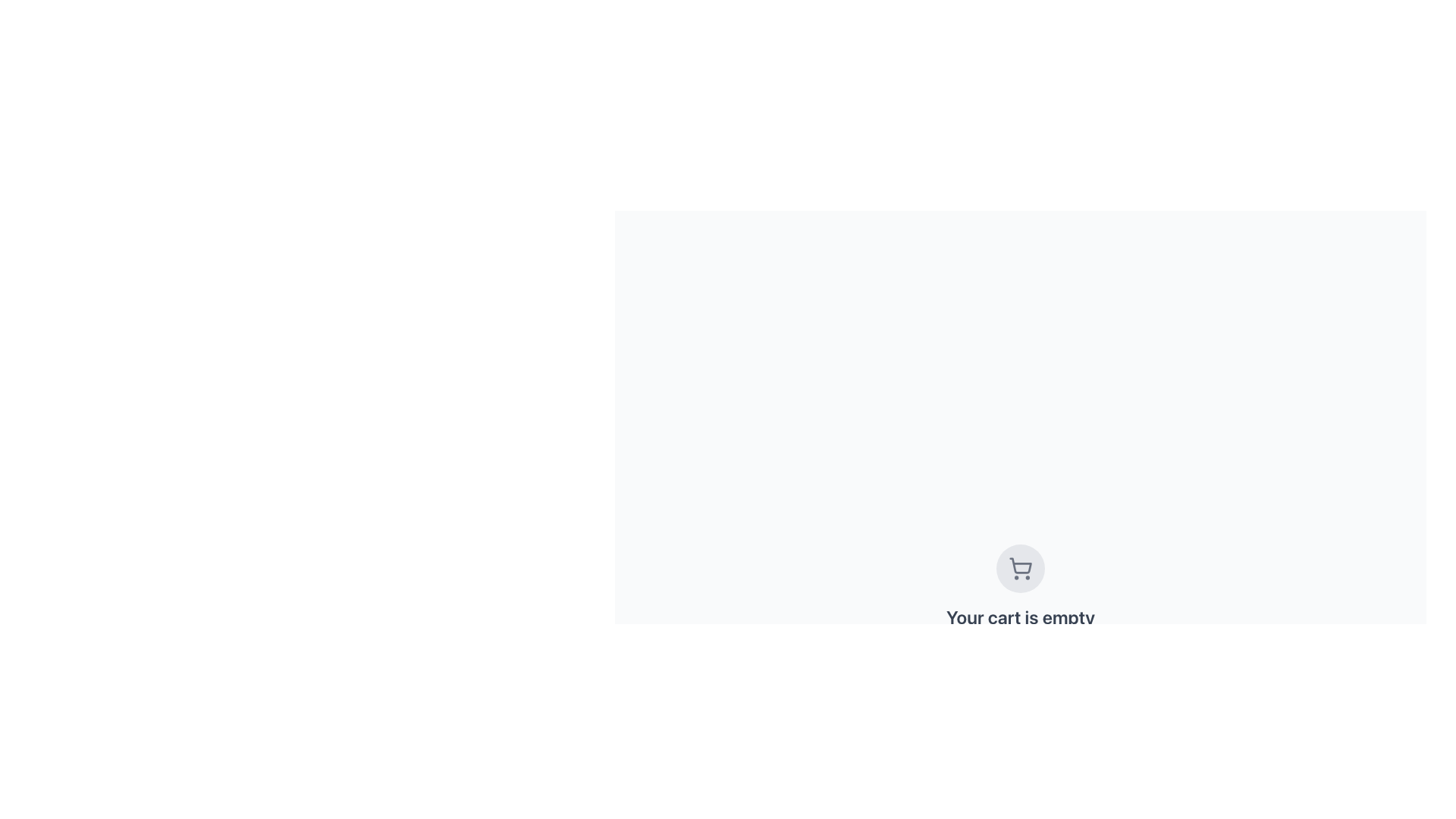 The height and width of the screenshot is (819, 1456). I want to click on the circular gray shopping cart icon located above the text 'Your cart is empty', so click(1020, 568).